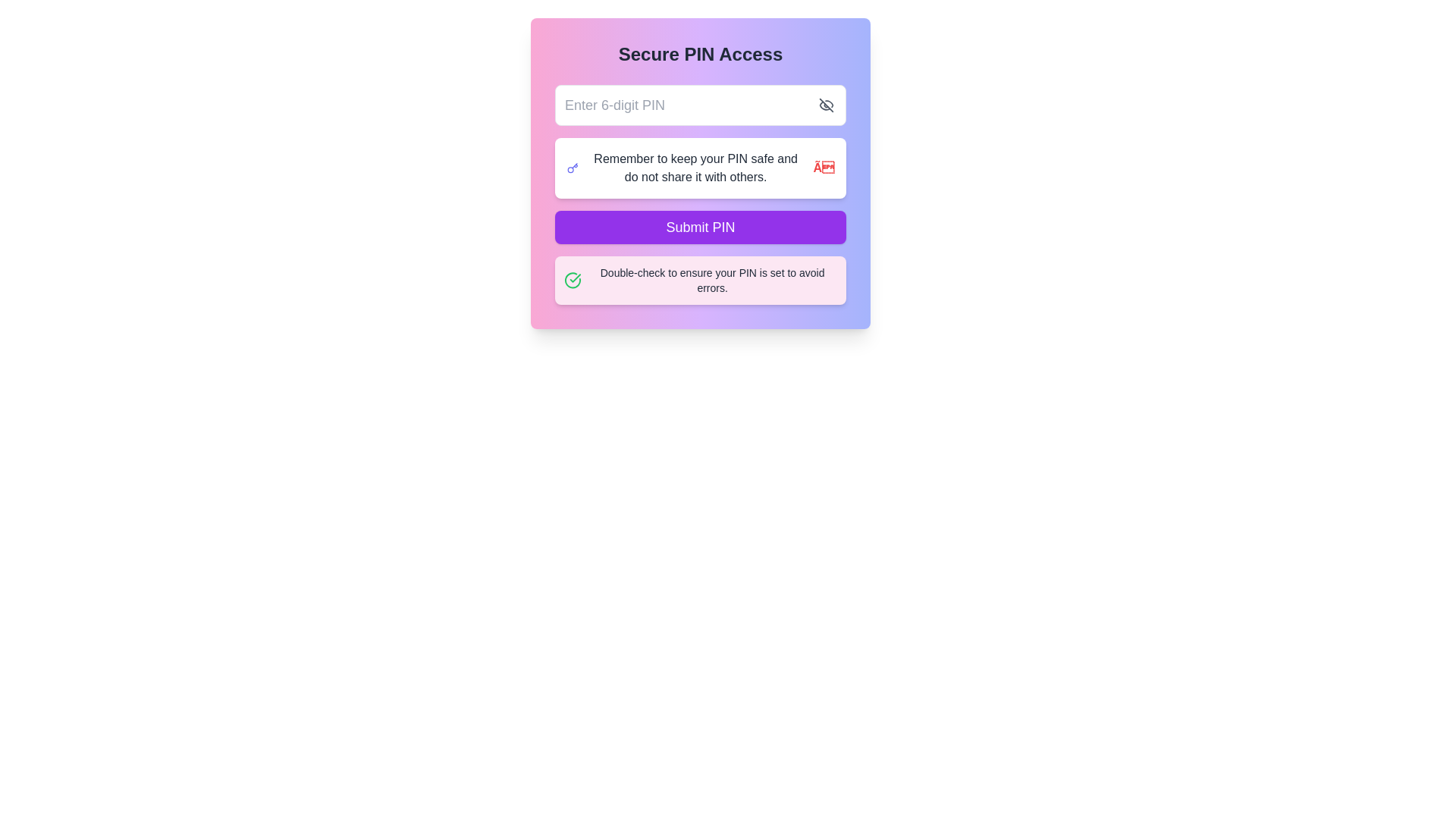 The image size is (1456, 819). I want to click on the red '×' button located at the far right end of the notification box that contains the message about keeping your PIN safe, so click(823, 168).